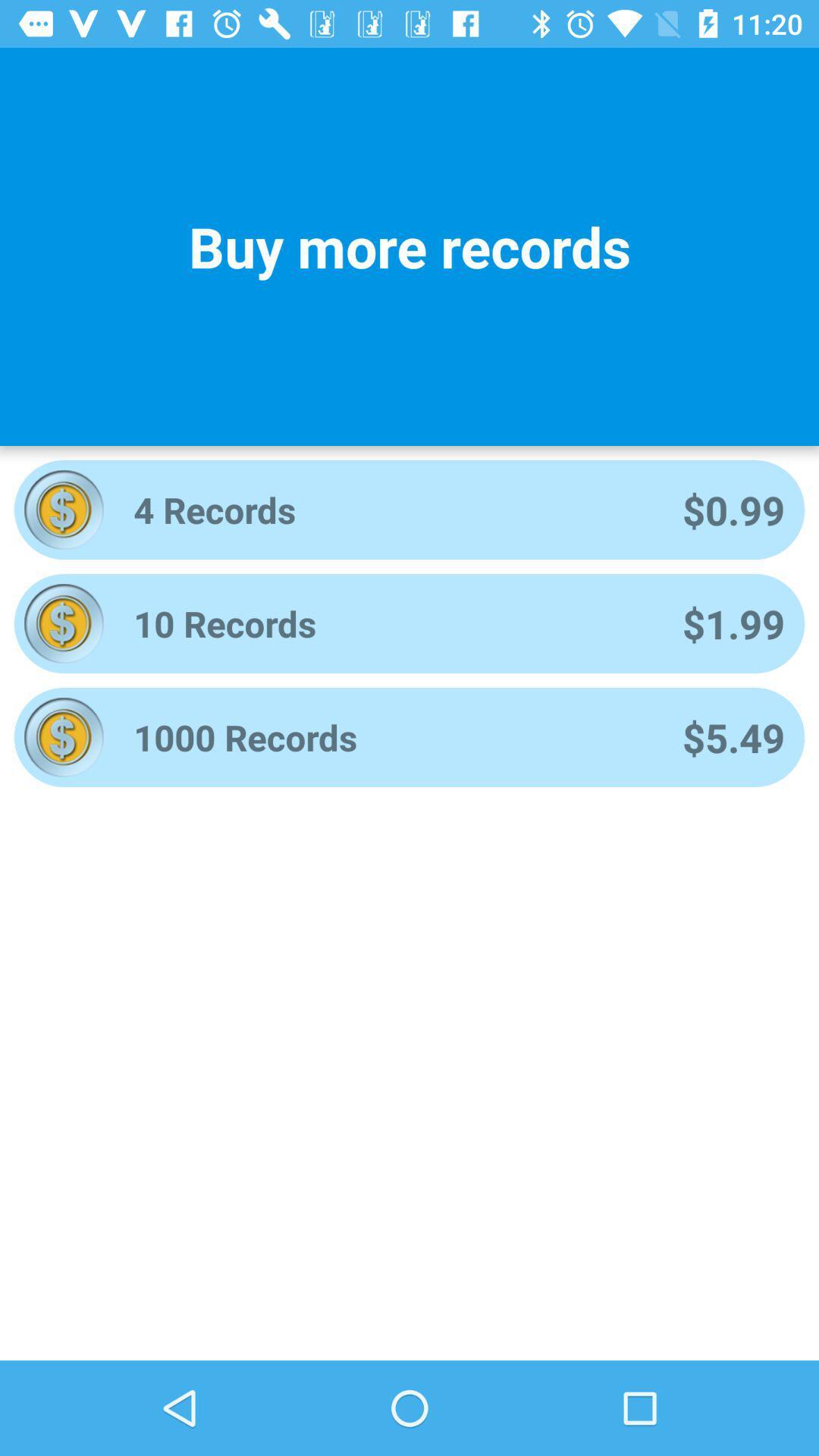 This screenshot has width=819, height=1456. Describe the element at coordinates (387, 510) in the screenshot. I see `the 4 records app` at that location.